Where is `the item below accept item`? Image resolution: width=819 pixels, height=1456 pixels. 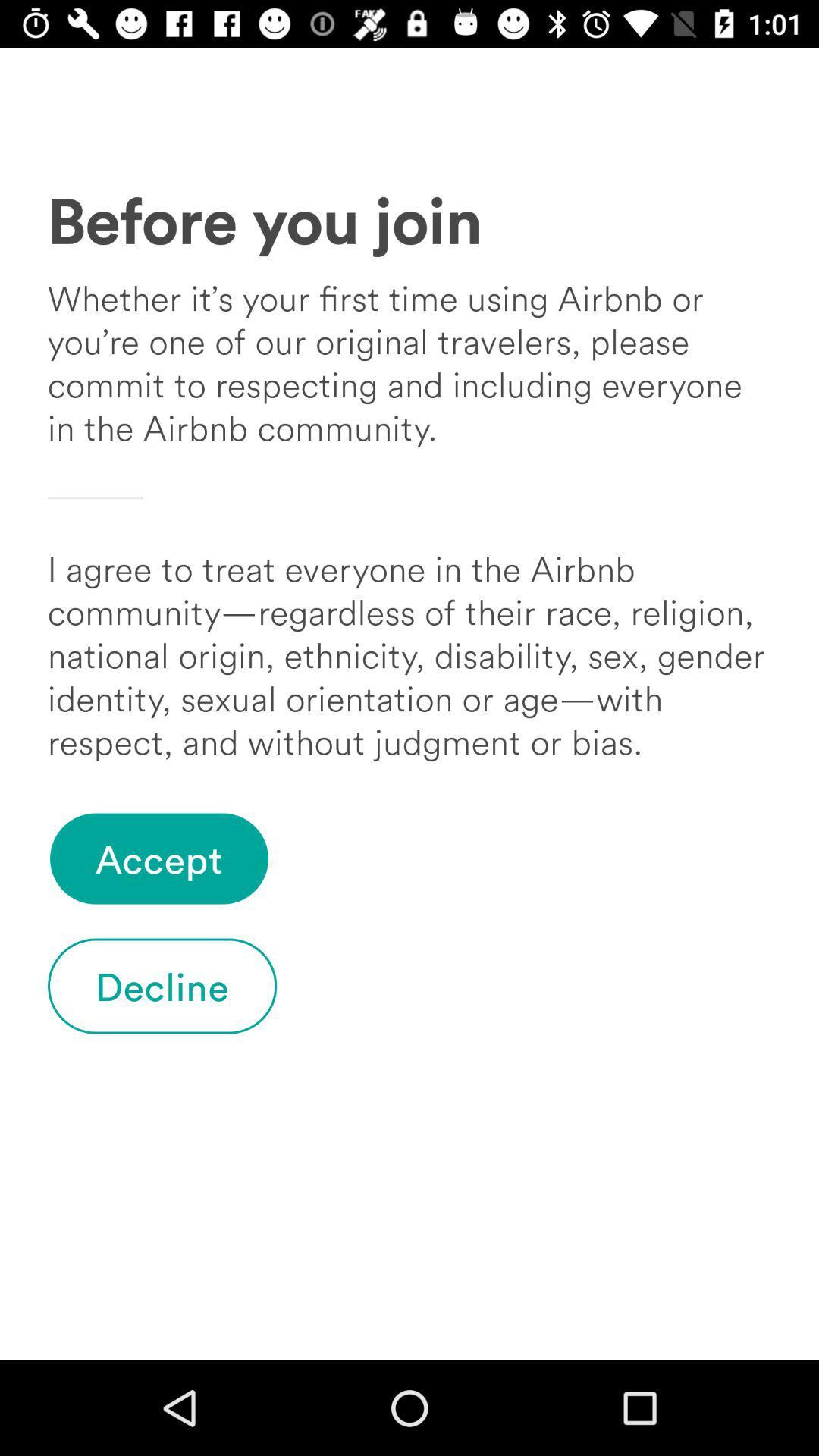
the item below accept item is located at coordinates (162, 986).